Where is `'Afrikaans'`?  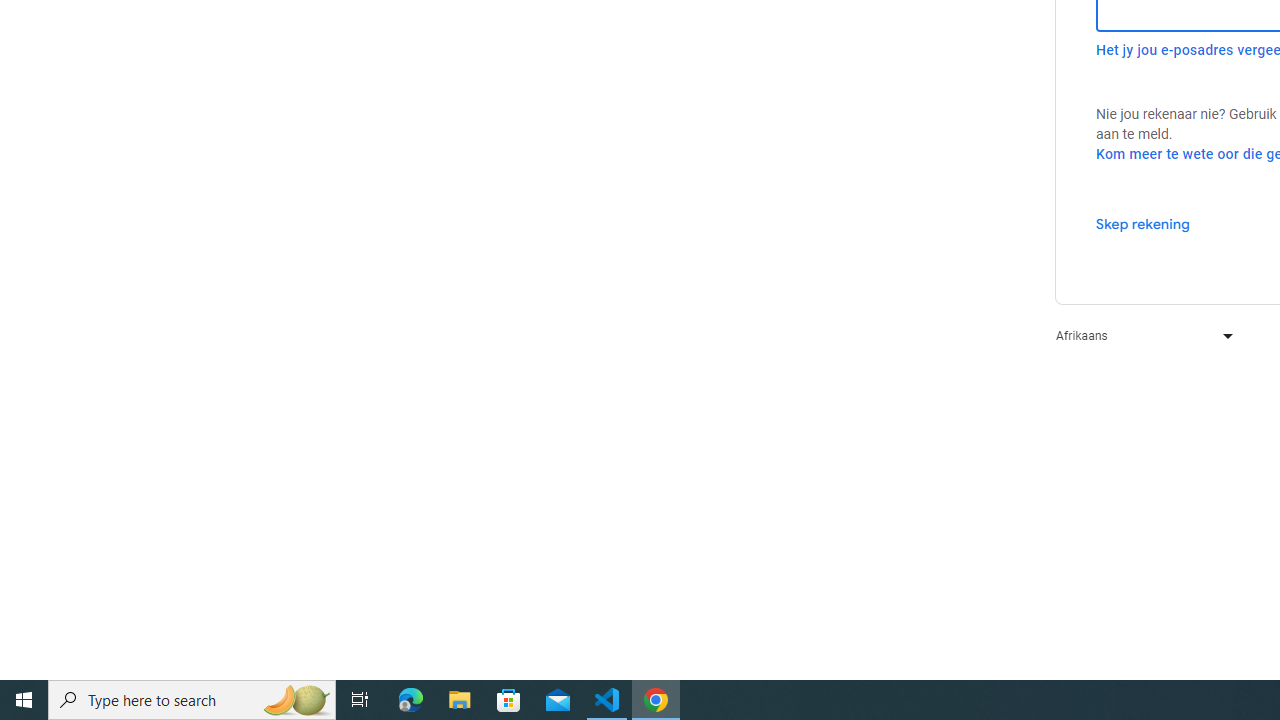
'Afrikaans' is located at coordinates (1139, 334).